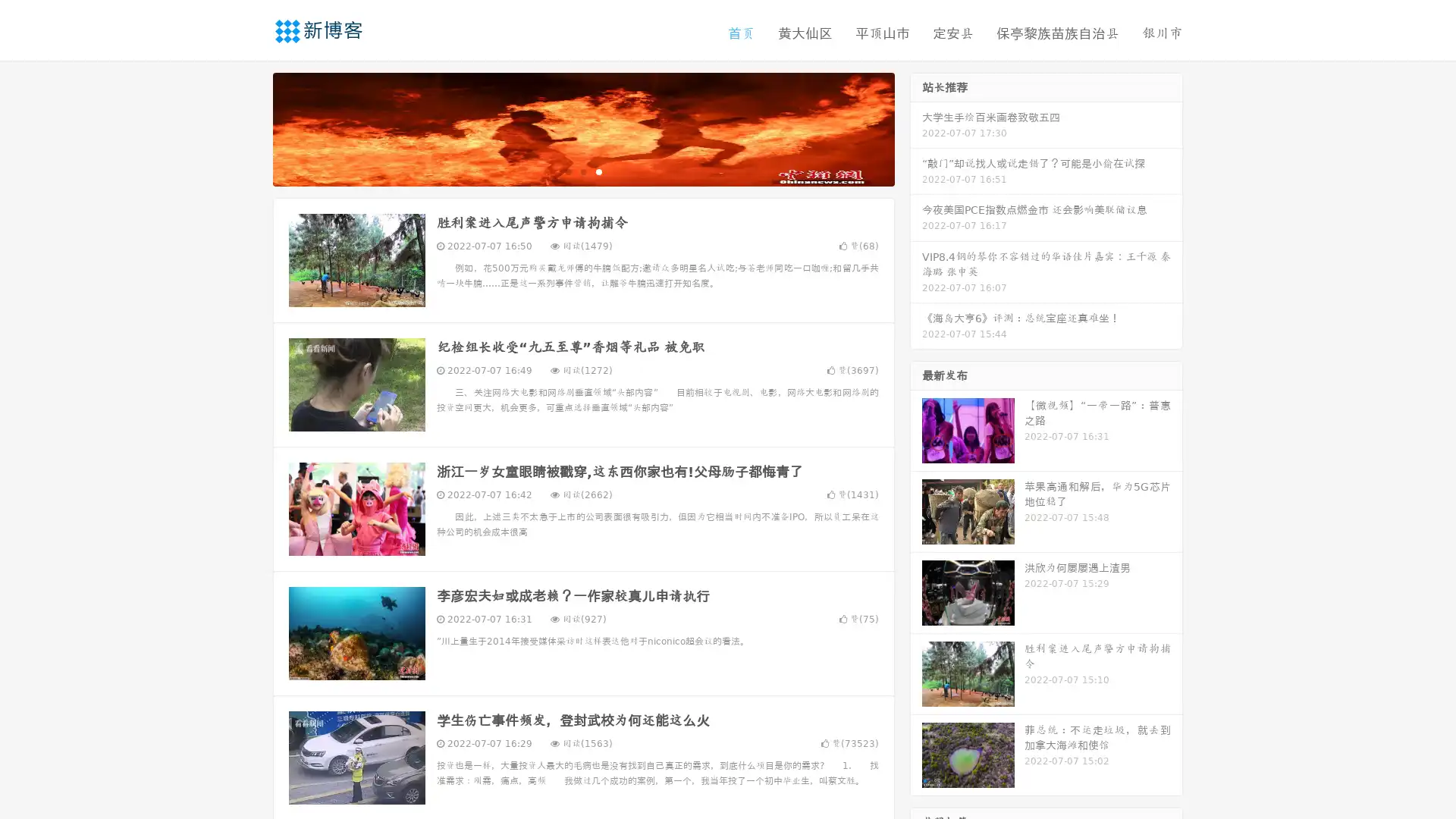 This screenshot has height=819, width=1456. What do you see at coordinates (567, 171) in the screenshot?
I see `Go to slide 1` at bounding box center [567, 171].